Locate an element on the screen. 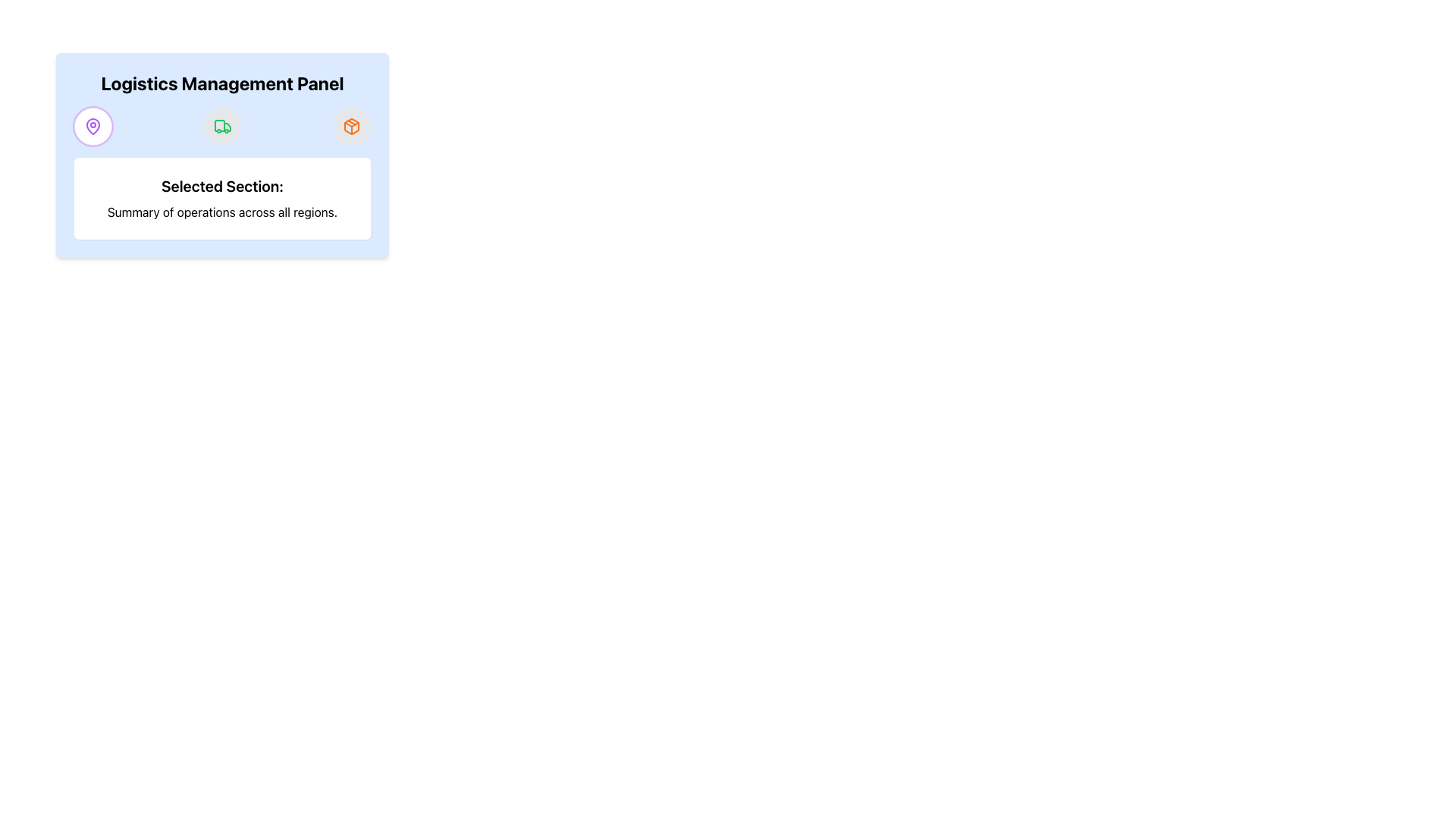 The image size is (1456, 819). the static informational text block displaying the title 'Selected Section:' and the context 'Summary of operations across all regions' in the Logistics Management Panel is located at coordinates (221, 198).